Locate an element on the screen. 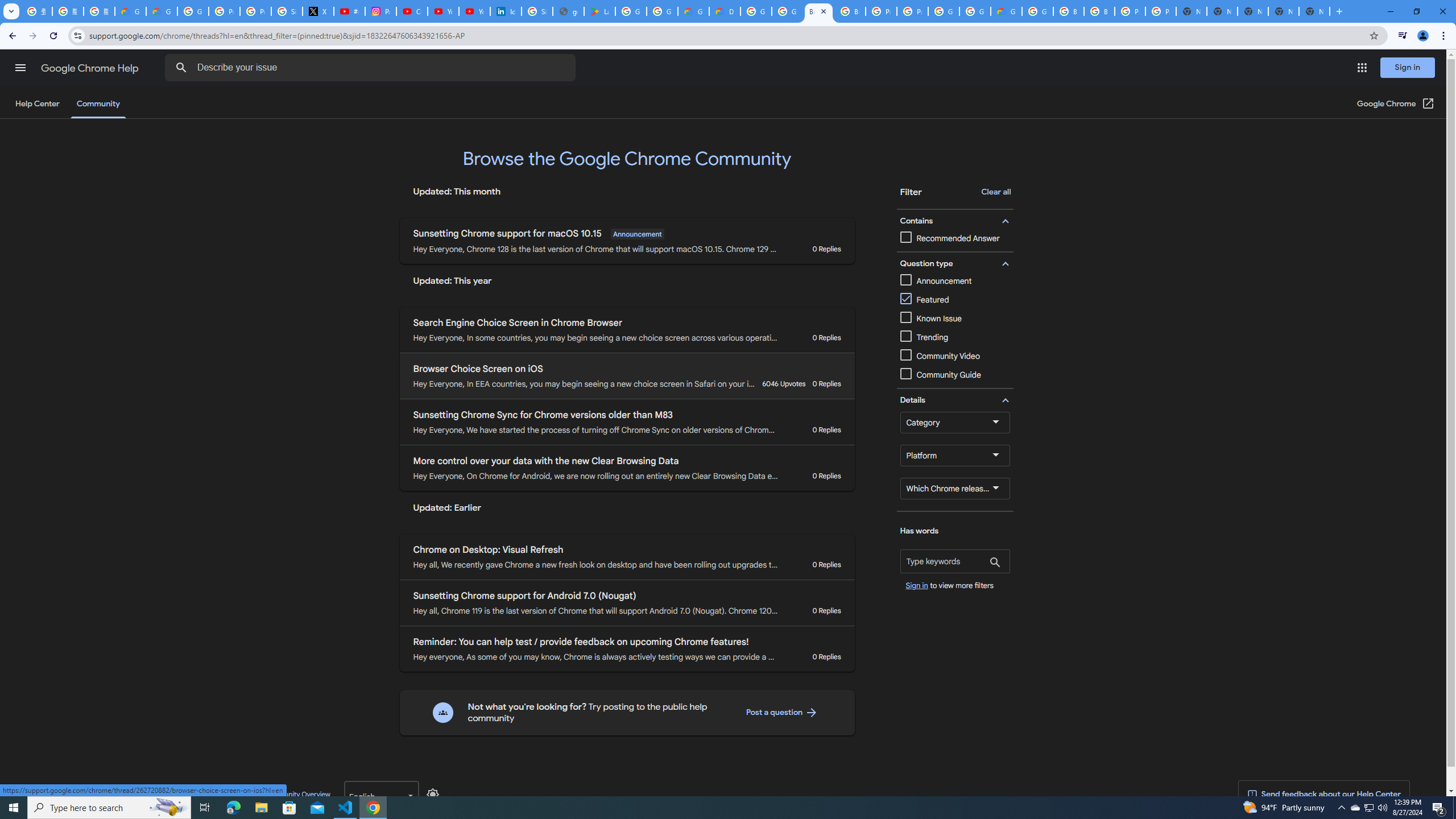  'Google Cloud Privacy Notice' is located at coordinates (130, 11).